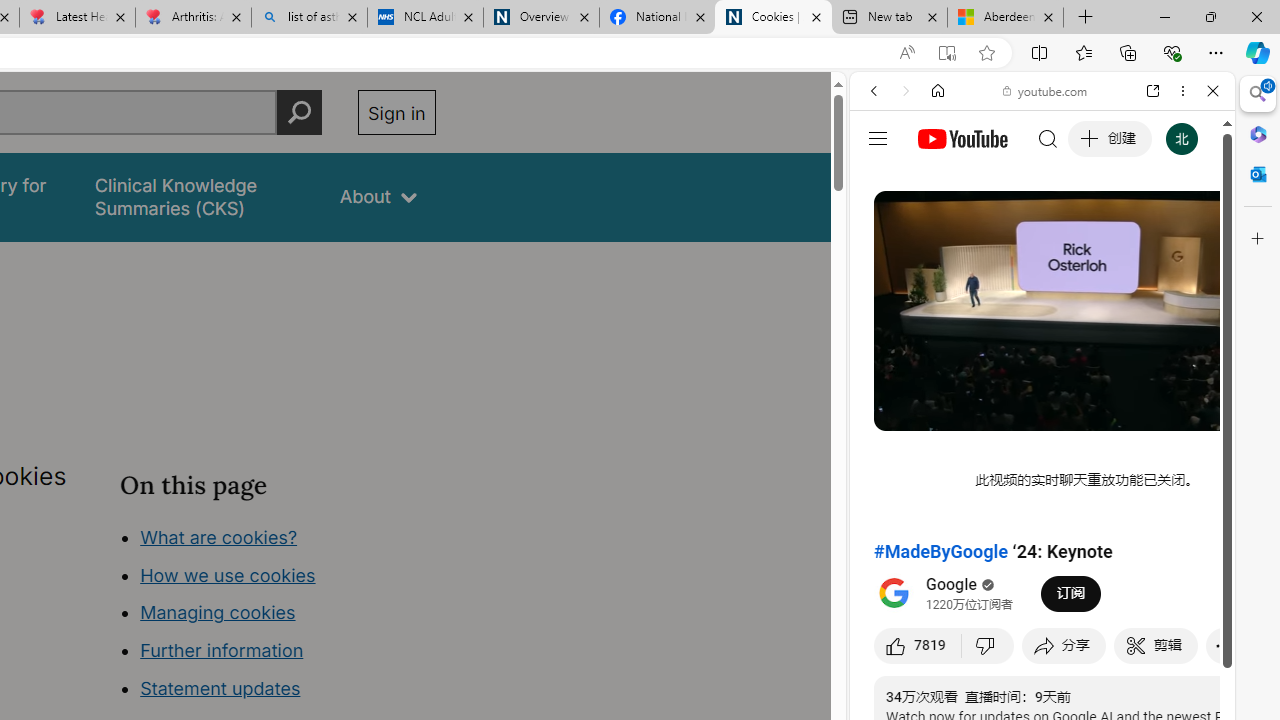 Image resolution: width=1280 pixels, height=720 pixels. I want to click on 'SEARCH TOOLS', so click(1092, 227).